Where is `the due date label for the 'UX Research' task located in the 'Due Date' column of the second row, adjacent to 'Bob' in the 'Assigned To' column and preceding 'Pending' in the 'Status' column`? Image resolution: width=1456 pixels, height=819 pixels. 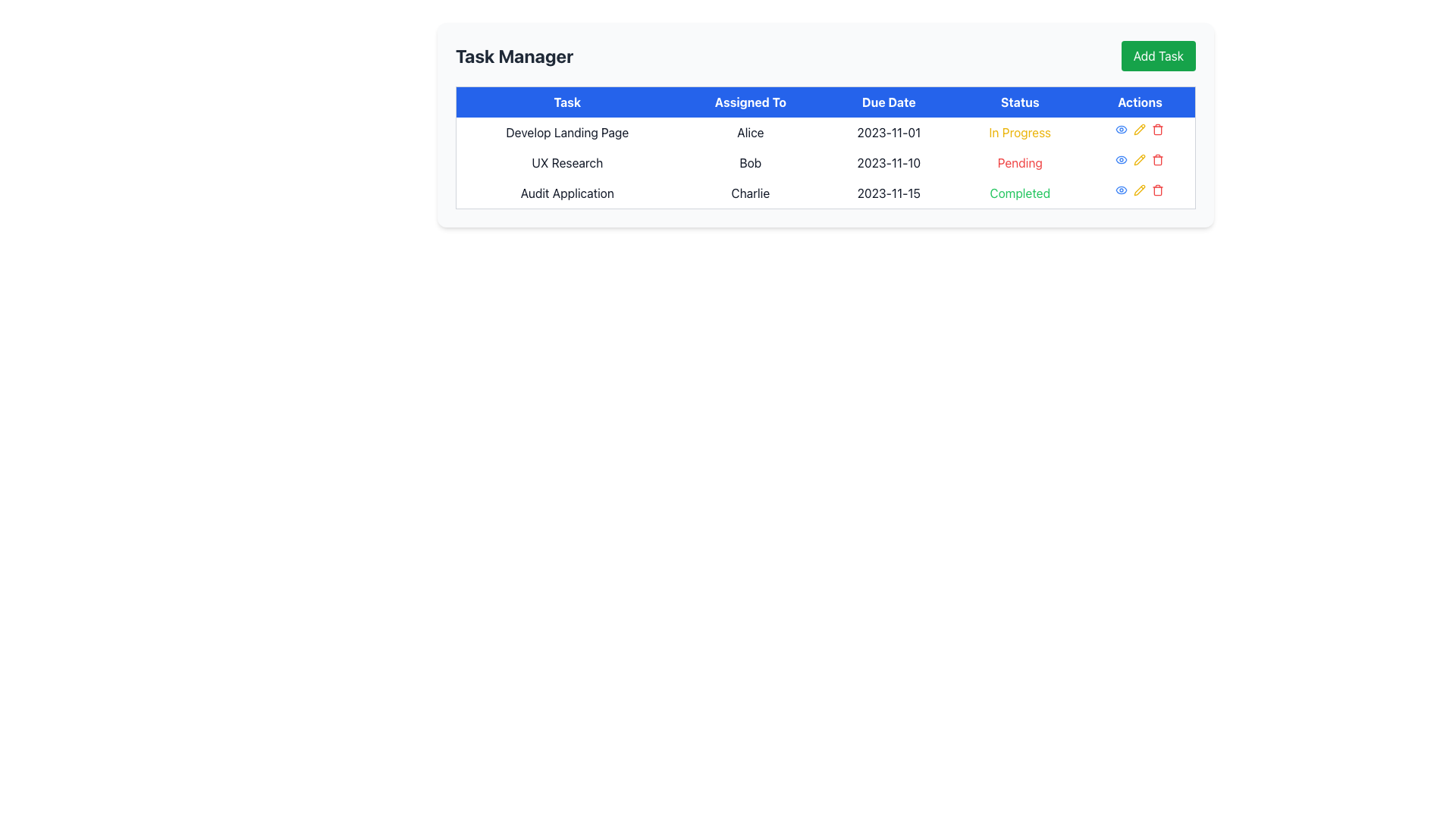
the due date label for the 'UX Research' task located in the 'Due Date' column of the second row, adjacent to 'Bob' in the 'Assigned To' column and preceding 'Pending' in the 'Status' column is located at coordinates (889, 163).